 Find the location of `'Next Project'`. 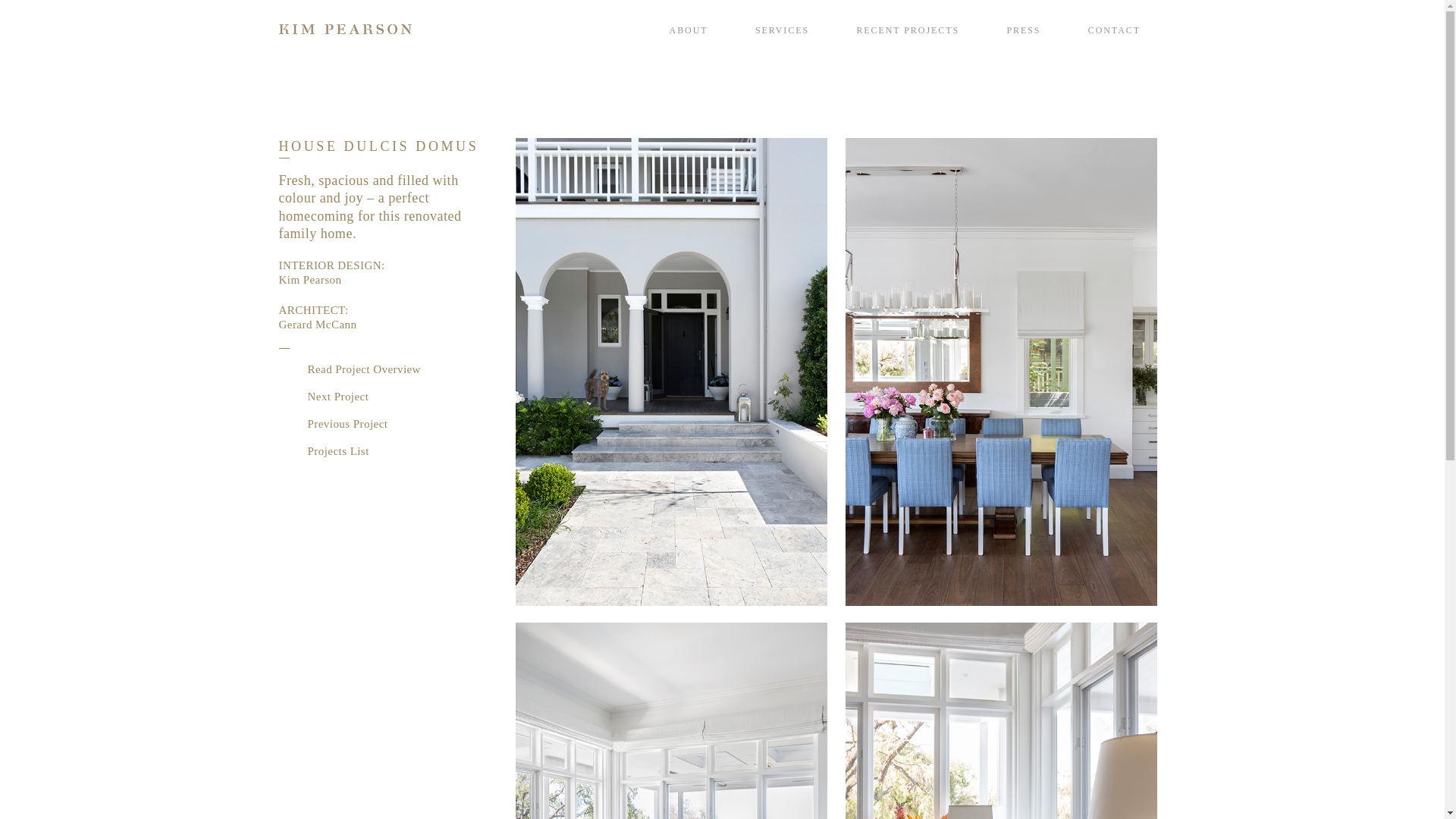

'Next Project' is located at coordinates (323, 396).